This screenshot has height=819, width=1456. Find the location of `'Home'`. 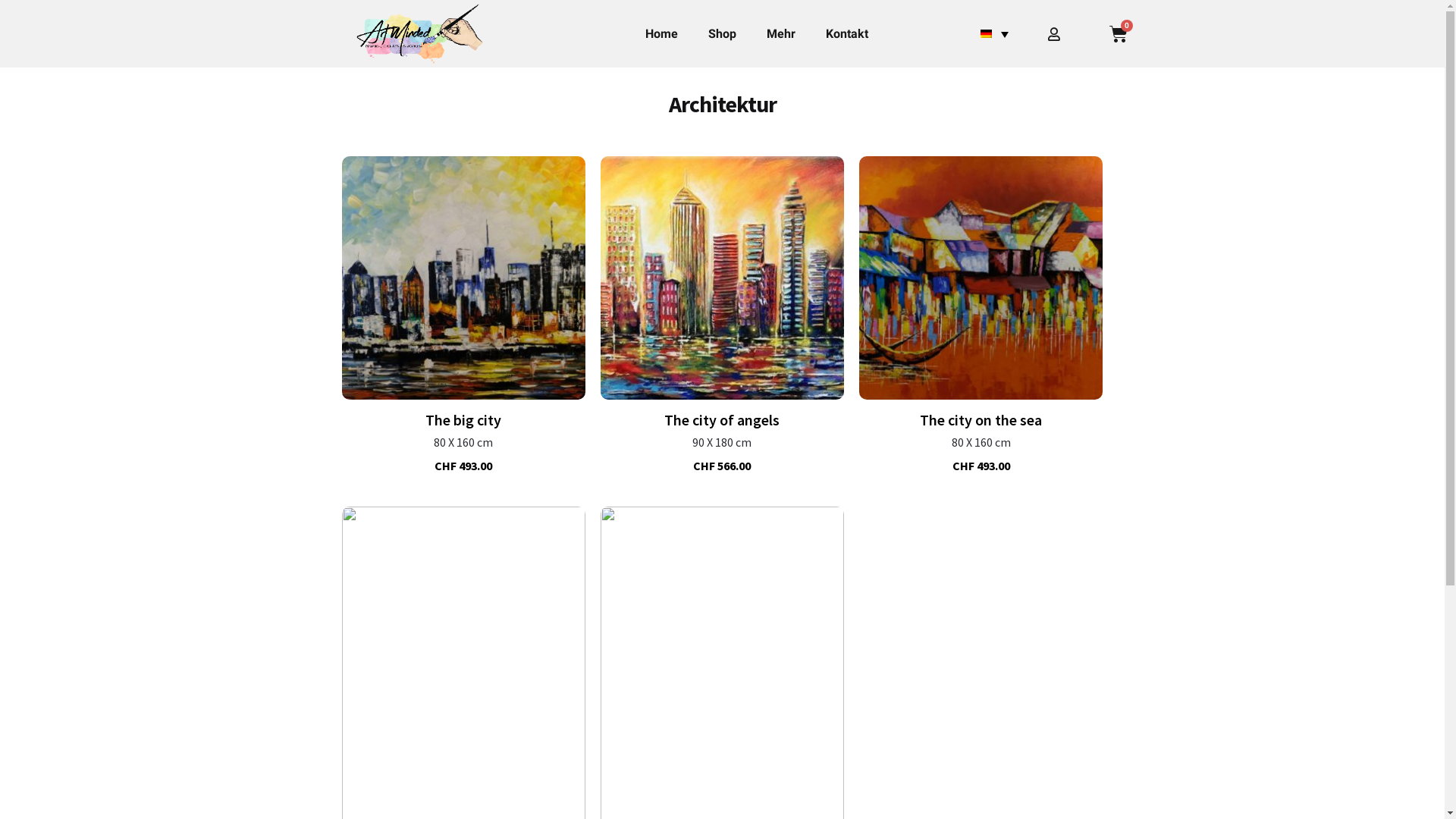

'Home' is located at coordinates (629, 34).